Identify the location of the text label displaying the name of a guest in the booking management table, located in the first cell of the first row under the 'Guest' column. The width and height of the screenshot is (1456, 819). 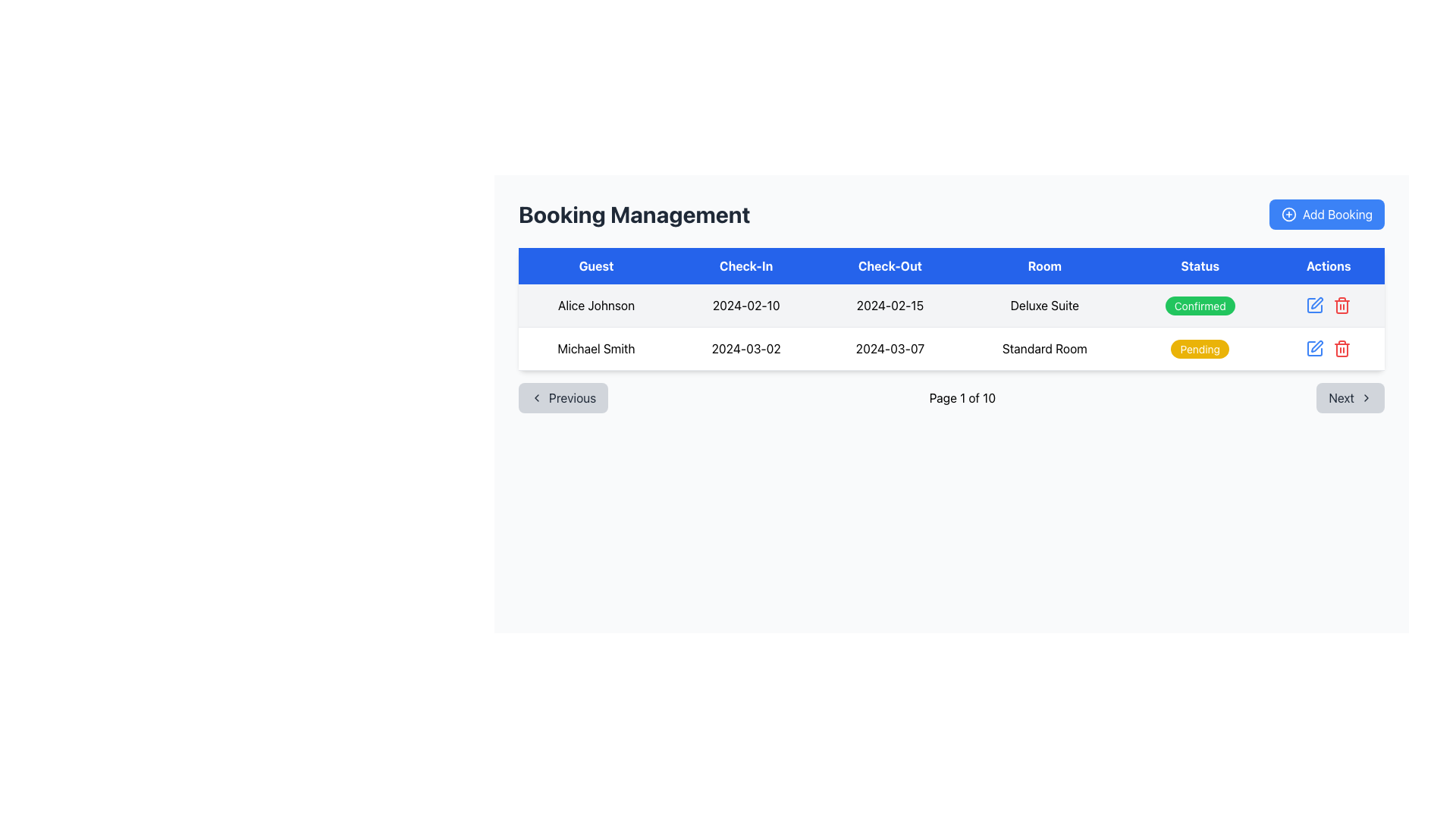
(595, 306).